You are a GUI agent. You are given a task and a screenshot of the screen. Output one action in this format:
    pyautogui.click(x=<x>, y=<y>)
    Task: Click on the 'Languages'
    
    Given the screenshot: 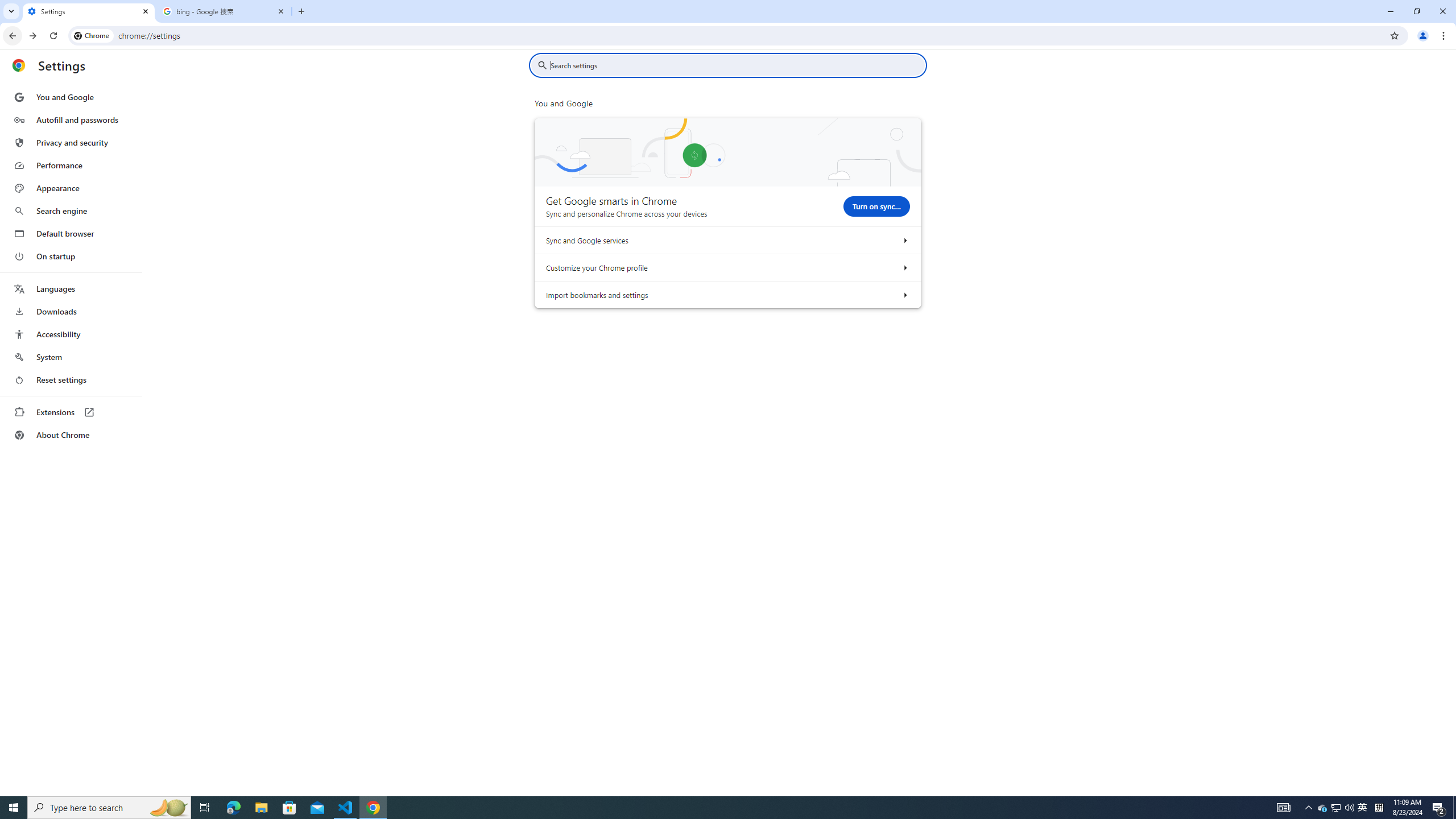 What is the action you would take?
    pyautogui.click(x=70, y=289)
    